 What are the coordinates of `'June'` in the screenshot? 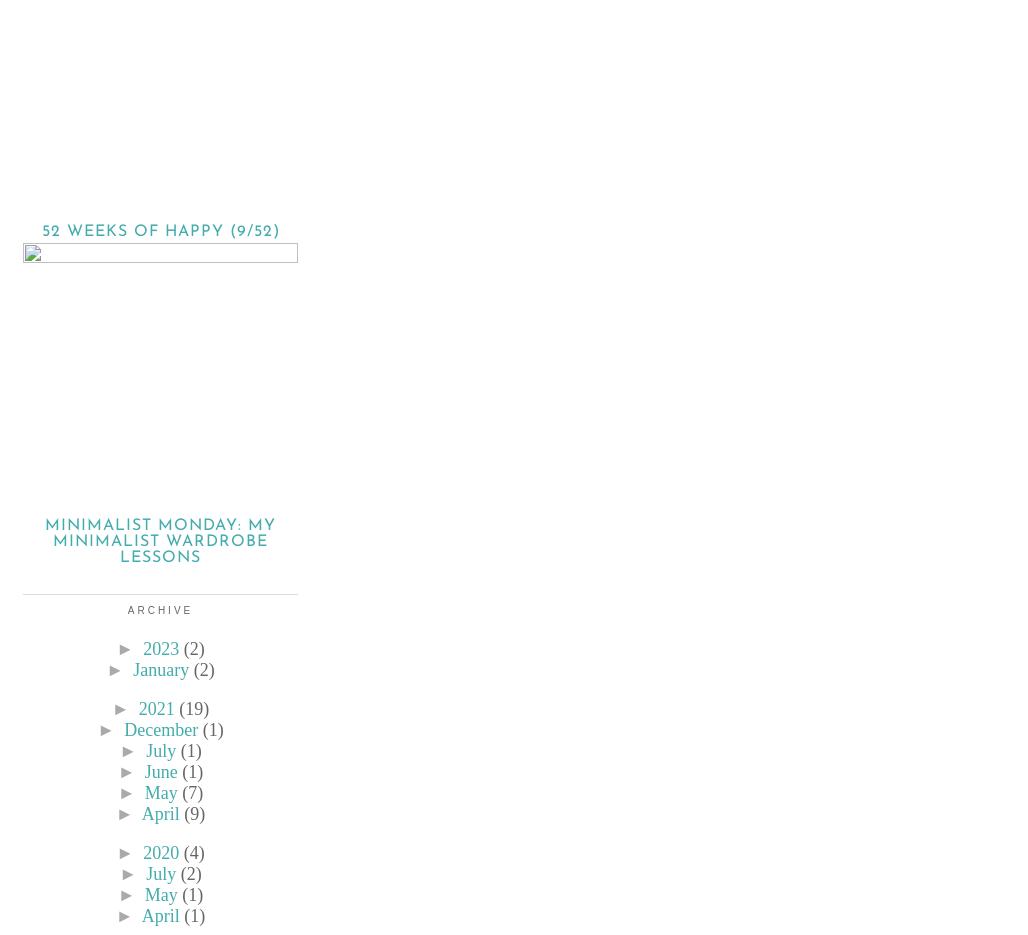 It's located at (160, 771).